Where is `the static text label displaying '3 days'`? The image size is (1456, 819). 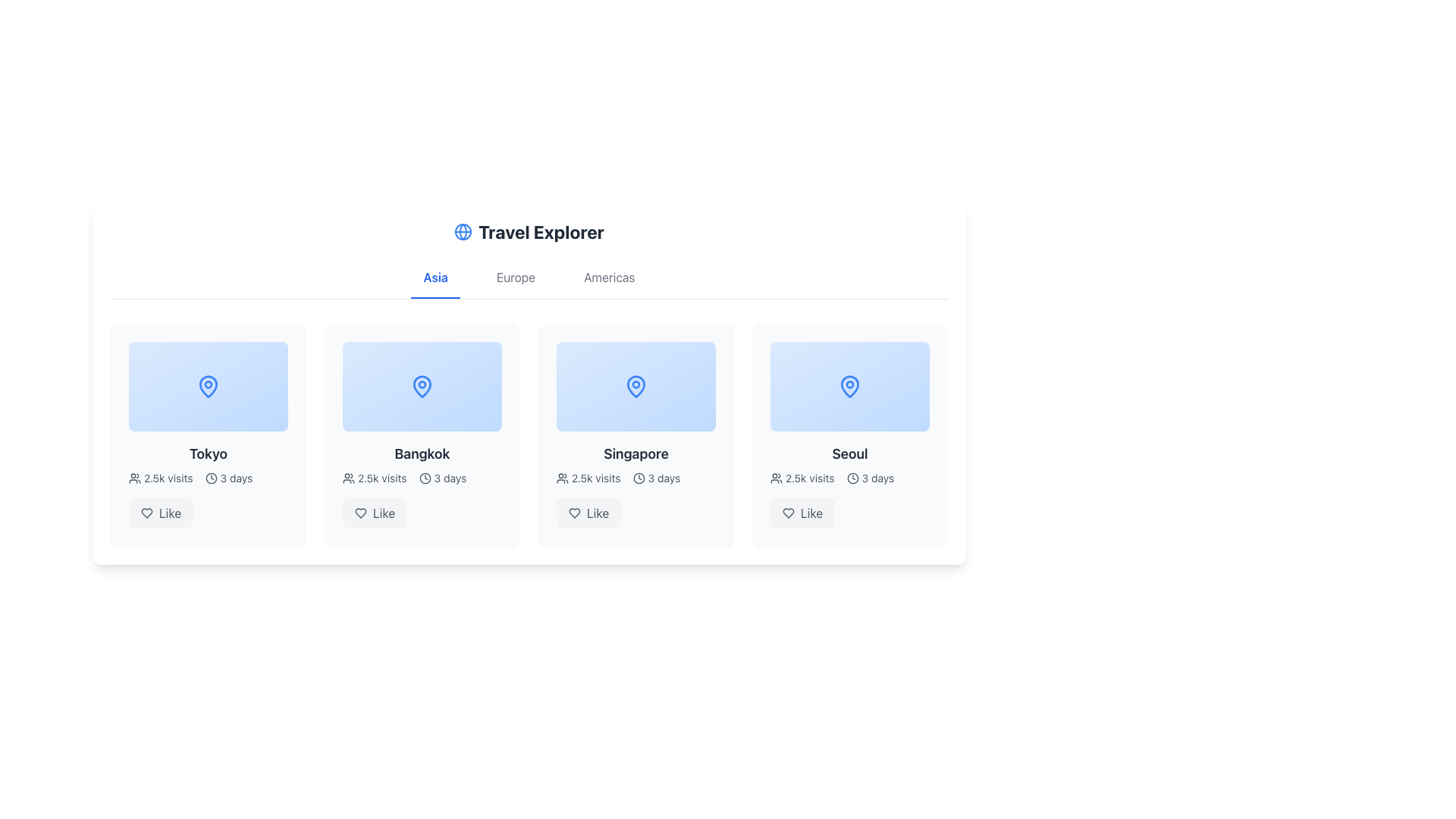
the static text label displaying '3 days' is located at coordinates (236, 479).